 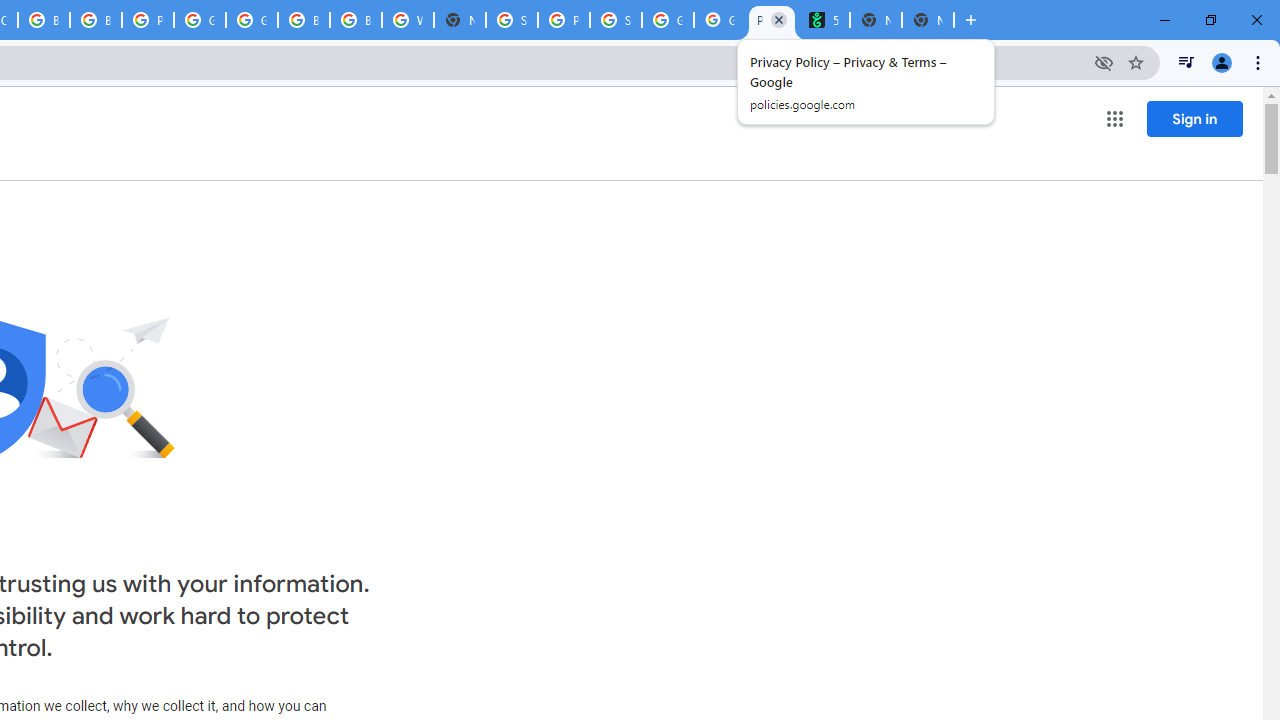 I want to click on 'Sign in - Google Accounts', so click(x=512, y=20).